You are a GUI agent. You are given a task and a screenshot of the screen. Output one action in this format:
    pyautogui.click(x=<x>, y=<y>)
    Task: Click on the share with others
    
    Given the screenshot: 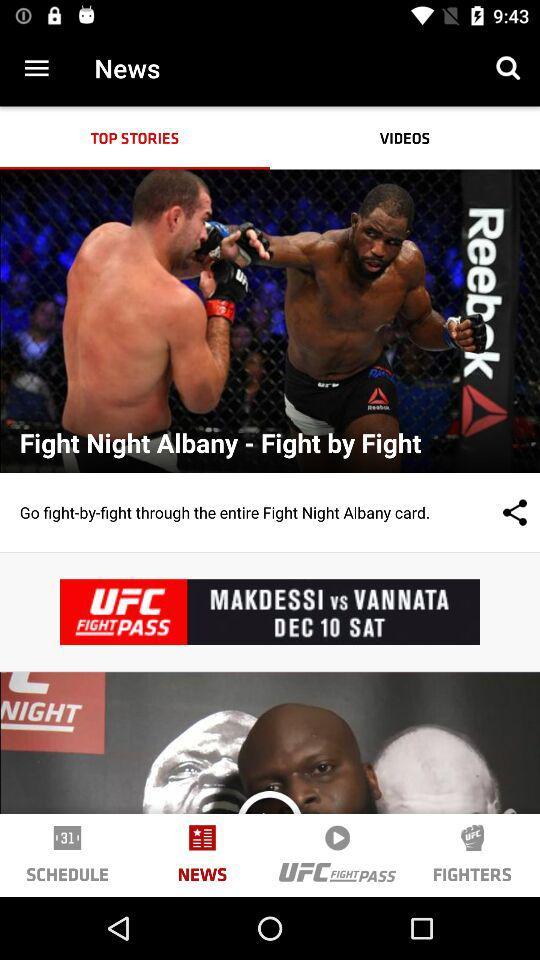 What is the action you would take?
    pyautogui.click(x=494, y=511)
    